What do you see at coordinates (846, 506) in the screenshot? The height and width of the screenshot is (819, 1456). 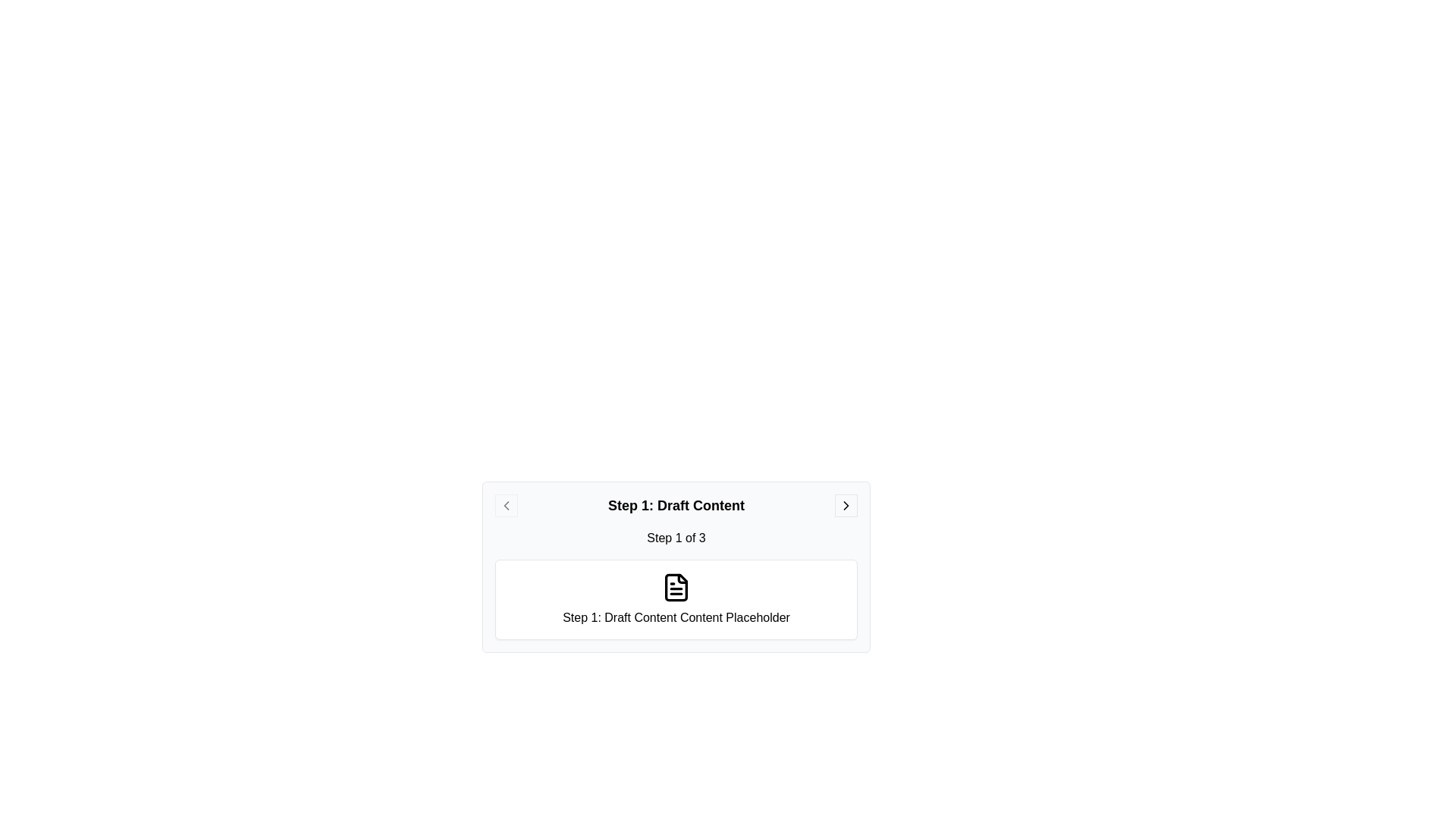 I see `the 'Next' button to navigate to the next step` at bounding box center [846, 506].